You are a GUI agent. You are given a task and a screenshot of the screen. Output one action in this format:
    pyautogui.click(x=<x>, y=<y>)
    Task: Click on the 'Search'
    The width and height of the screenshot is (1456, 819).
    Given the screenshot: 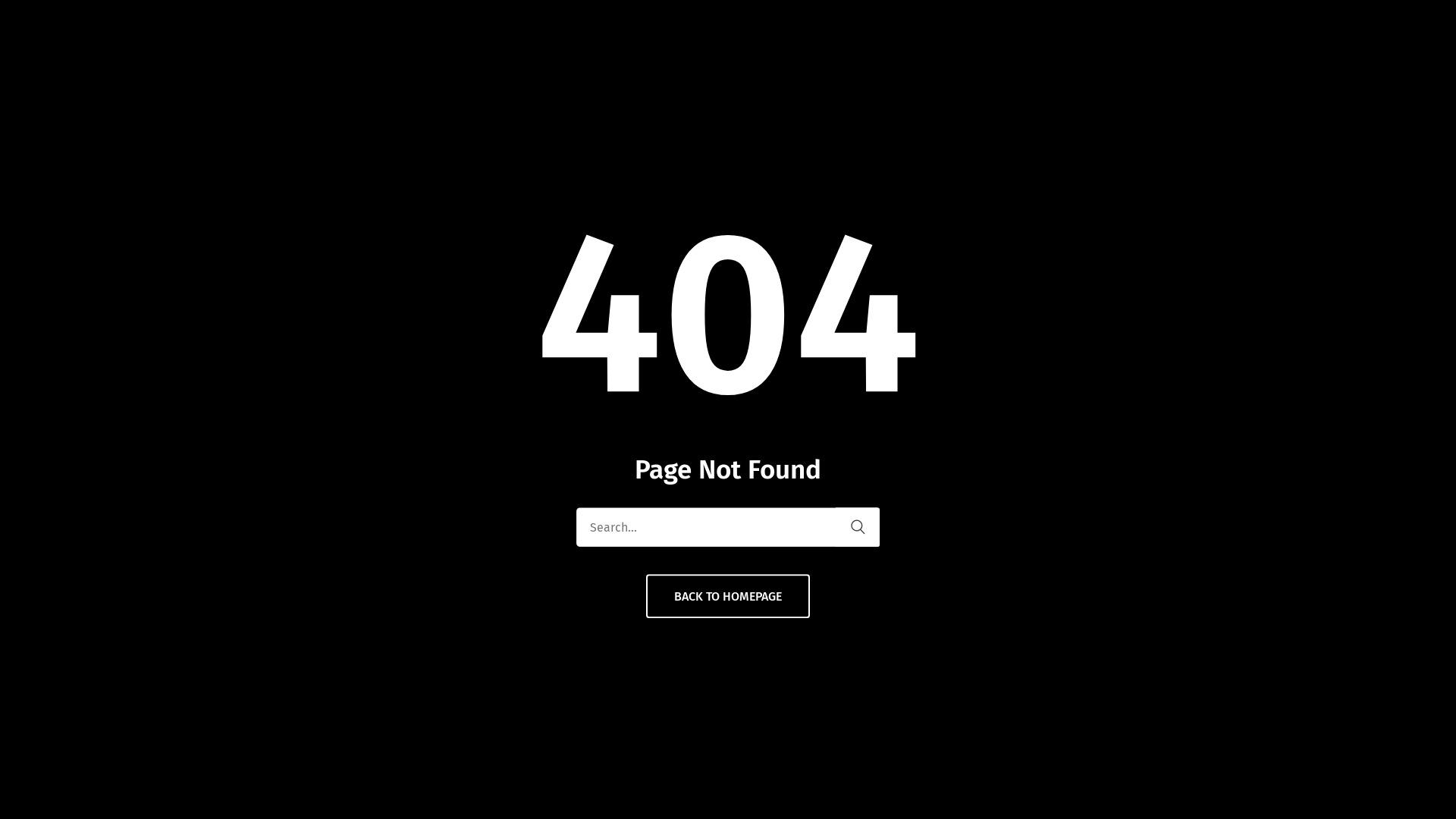 What is the action you would take?
    pyautogui.click(x=858, y=526)
    